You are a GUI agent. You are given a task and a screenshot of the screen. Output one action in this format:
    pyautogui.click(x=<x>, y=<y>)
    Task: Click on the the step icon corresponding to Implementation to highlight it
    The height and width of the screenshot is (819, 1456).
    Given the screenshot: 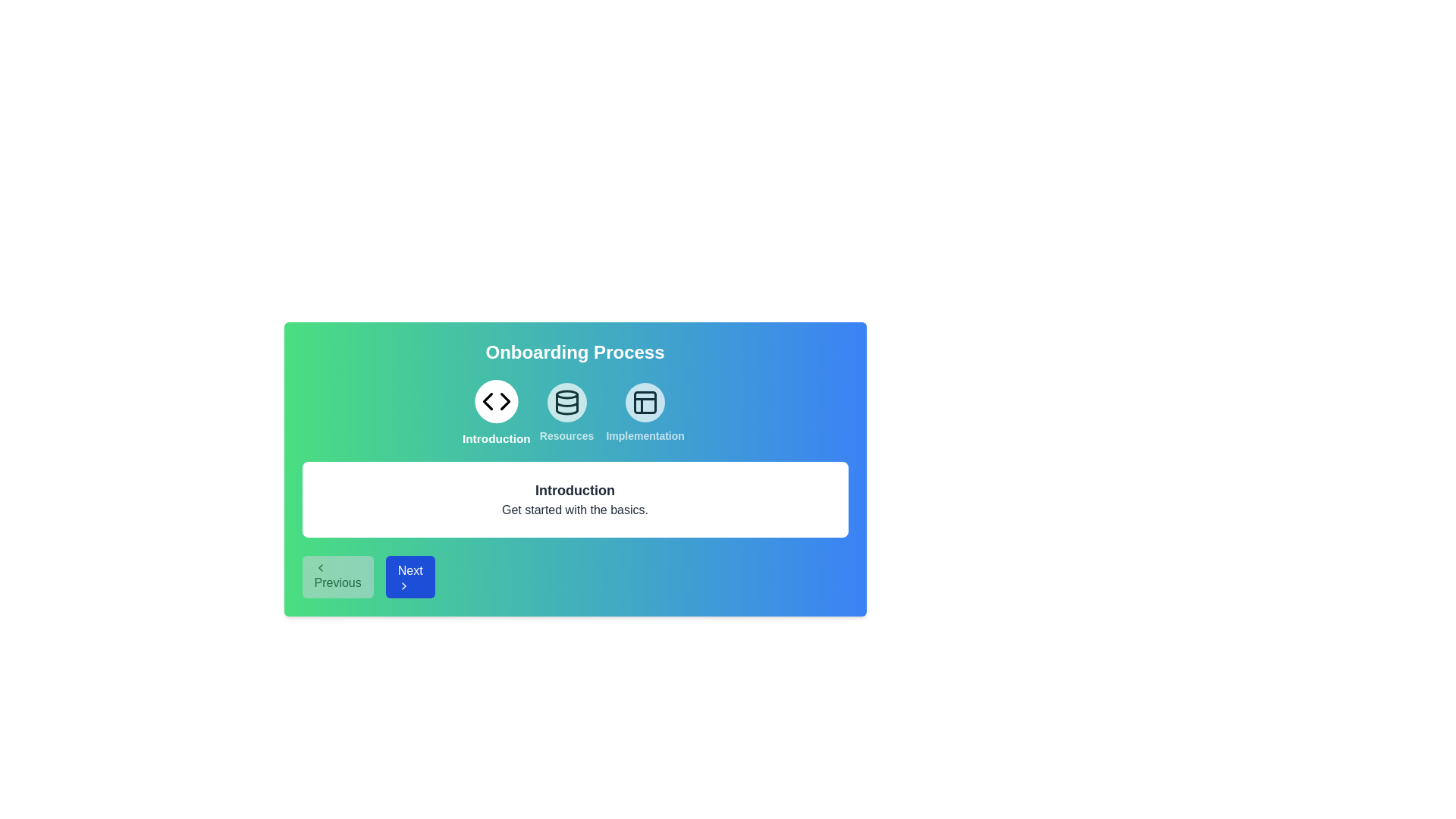 What is the action you would take?
    pyautogui.click(x=645, y=413)
    